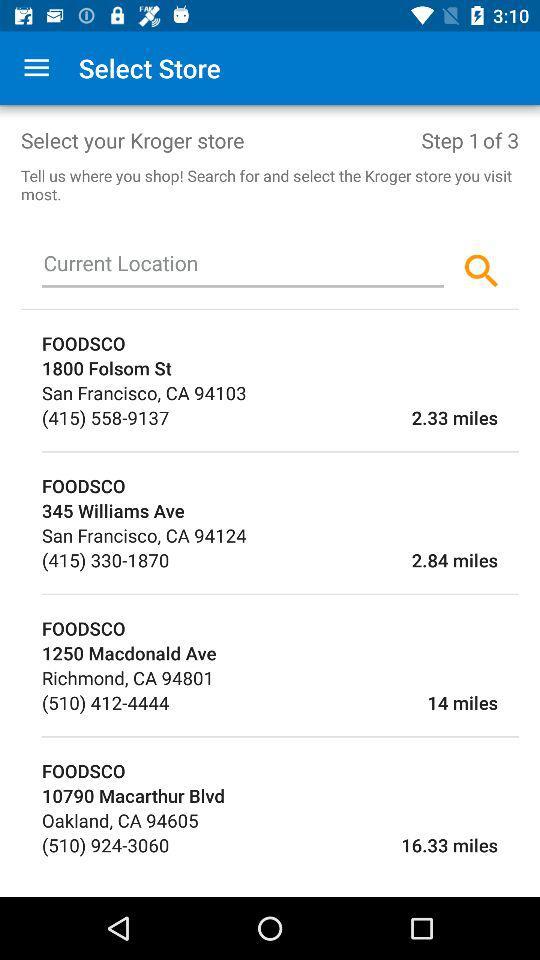 Image resolution: width=540 pixels, height=960 pixels. I want to click on the (415) 330-1870 item, so click(105, 560).